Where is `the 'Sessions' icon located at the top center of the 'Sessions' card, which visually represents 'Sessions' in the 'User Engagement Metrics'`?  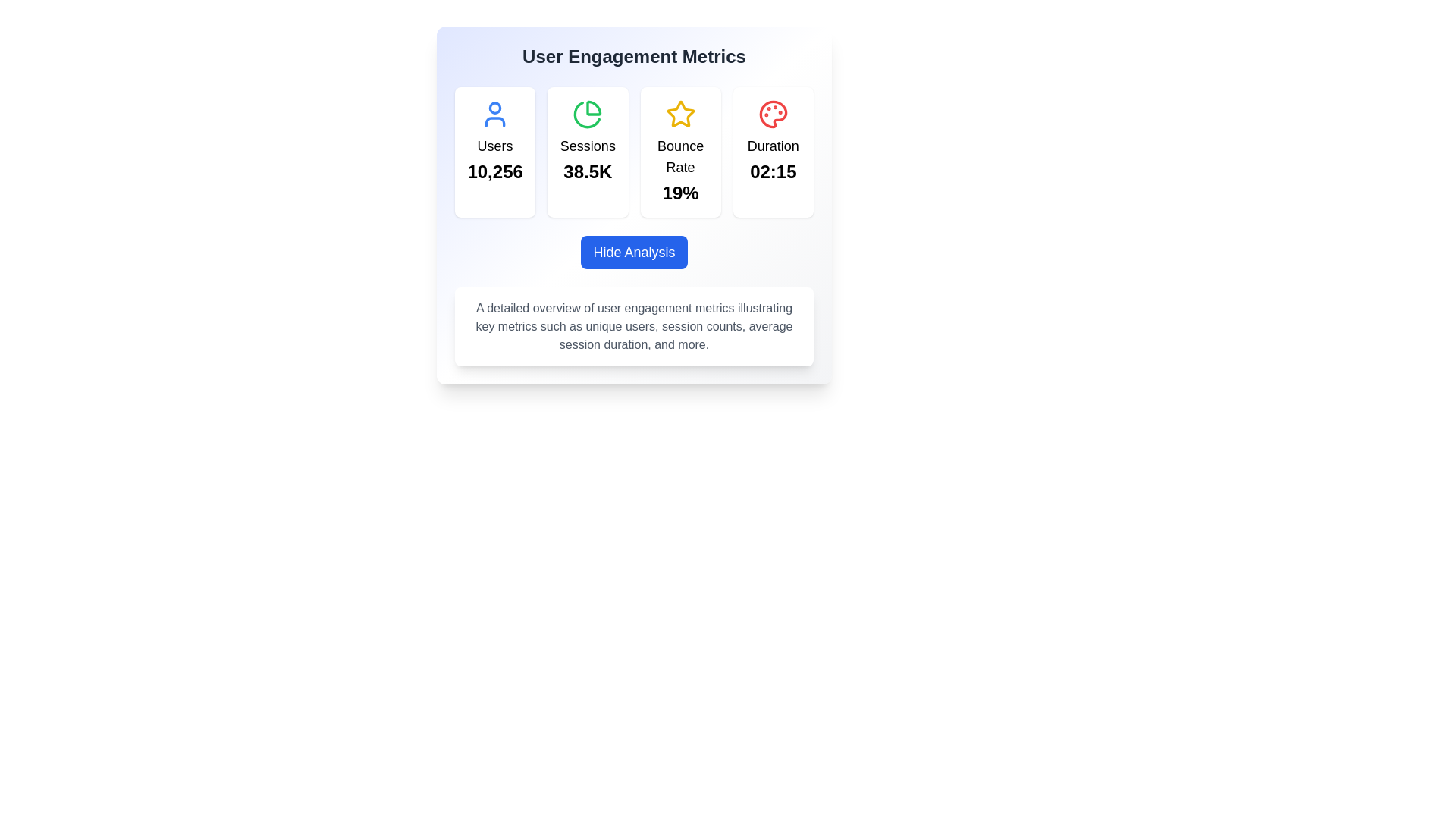
the 'Sessions' icon located at the top center of the 'Sessions' card, which visually represents 'Sessions' in the 'User Engagement Metrics' is located at coordinates (587, 113).